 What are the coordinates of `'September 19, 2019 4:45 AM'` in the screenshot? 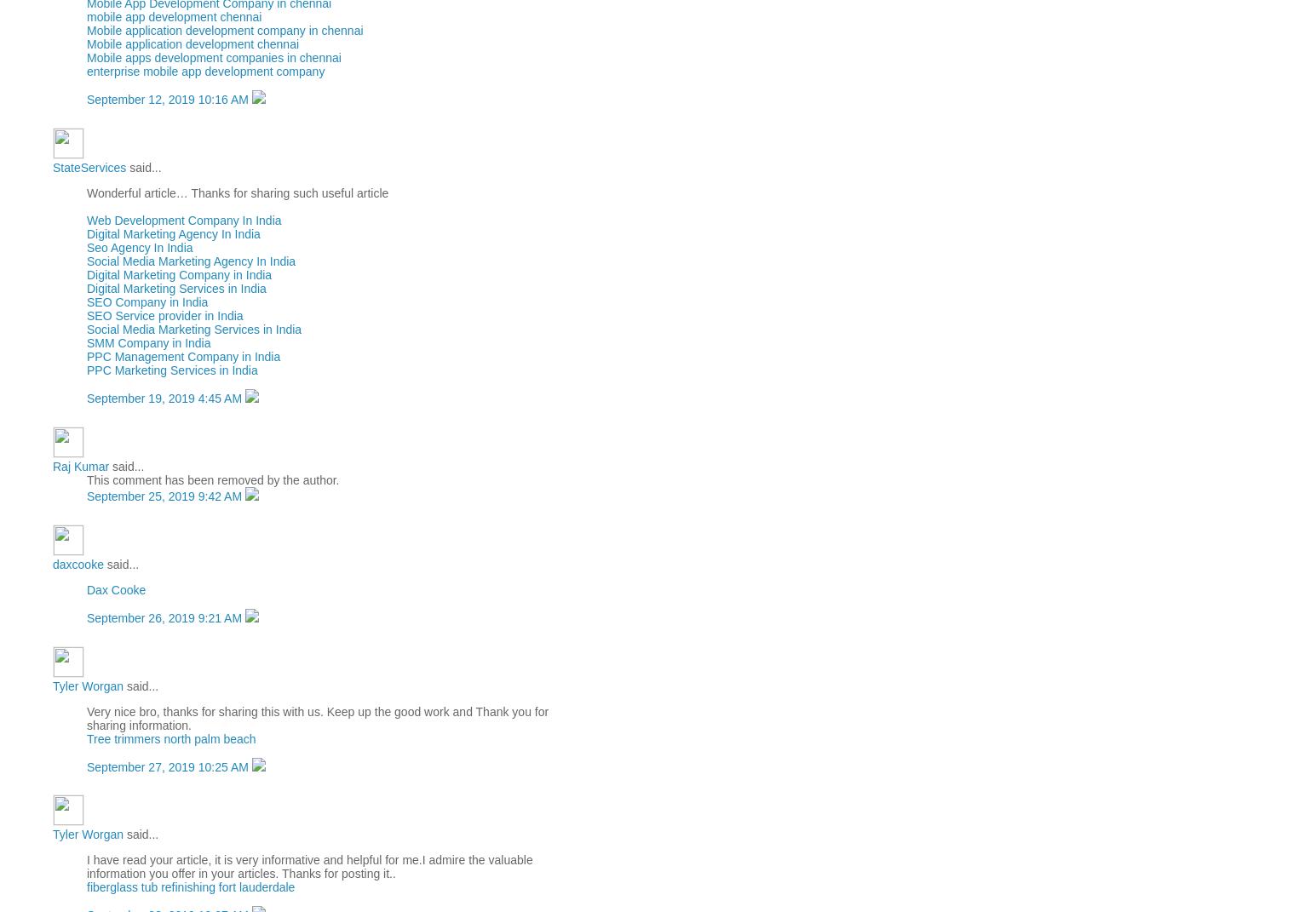 It's located at (165, 398).